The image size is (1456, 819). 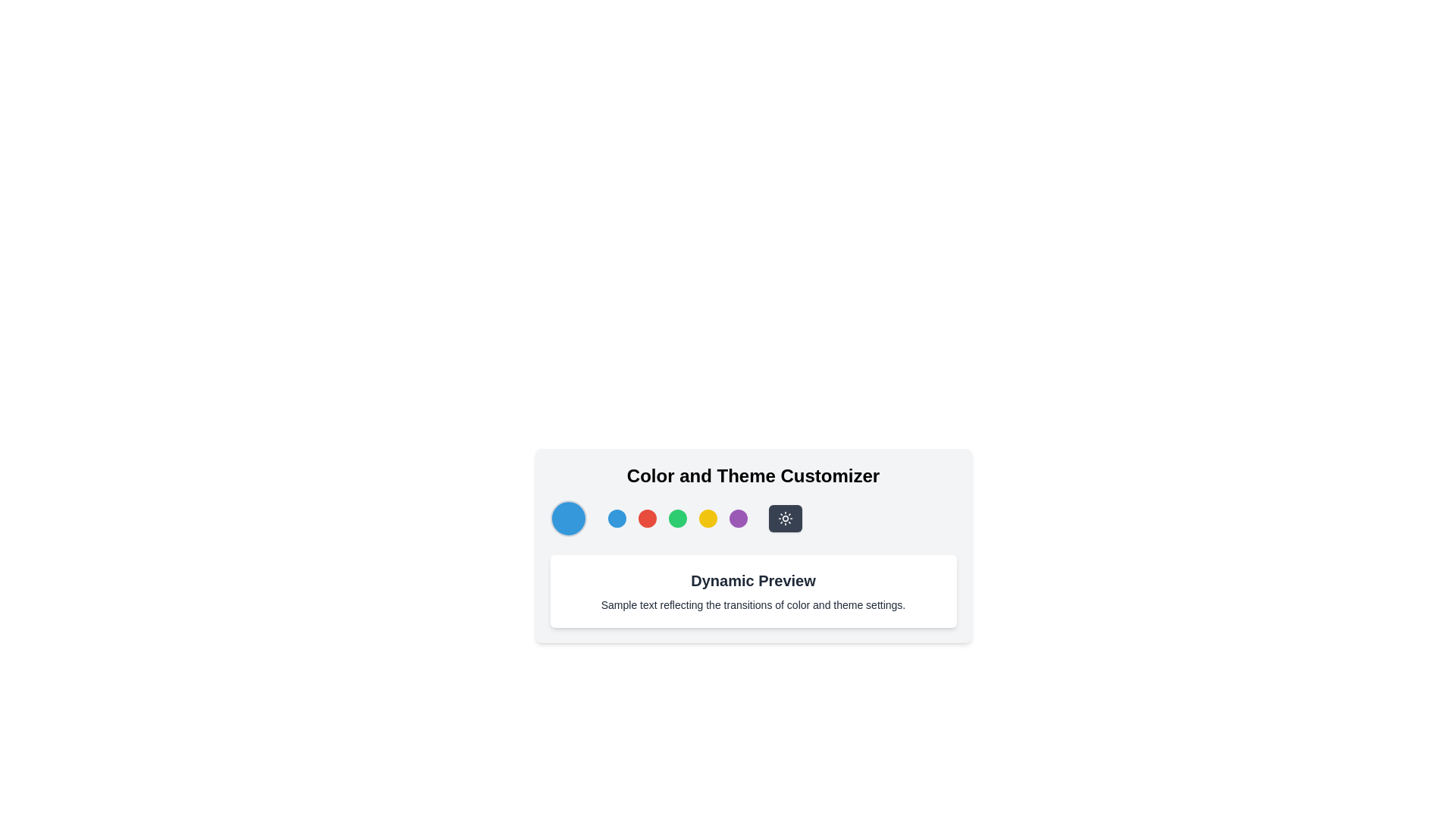 What do you see at coordinates (567, 517) in the screenshot?
I see `the first circular color representation in the 'Color and Theme Customizer' section` at bounding box center [567, 517].